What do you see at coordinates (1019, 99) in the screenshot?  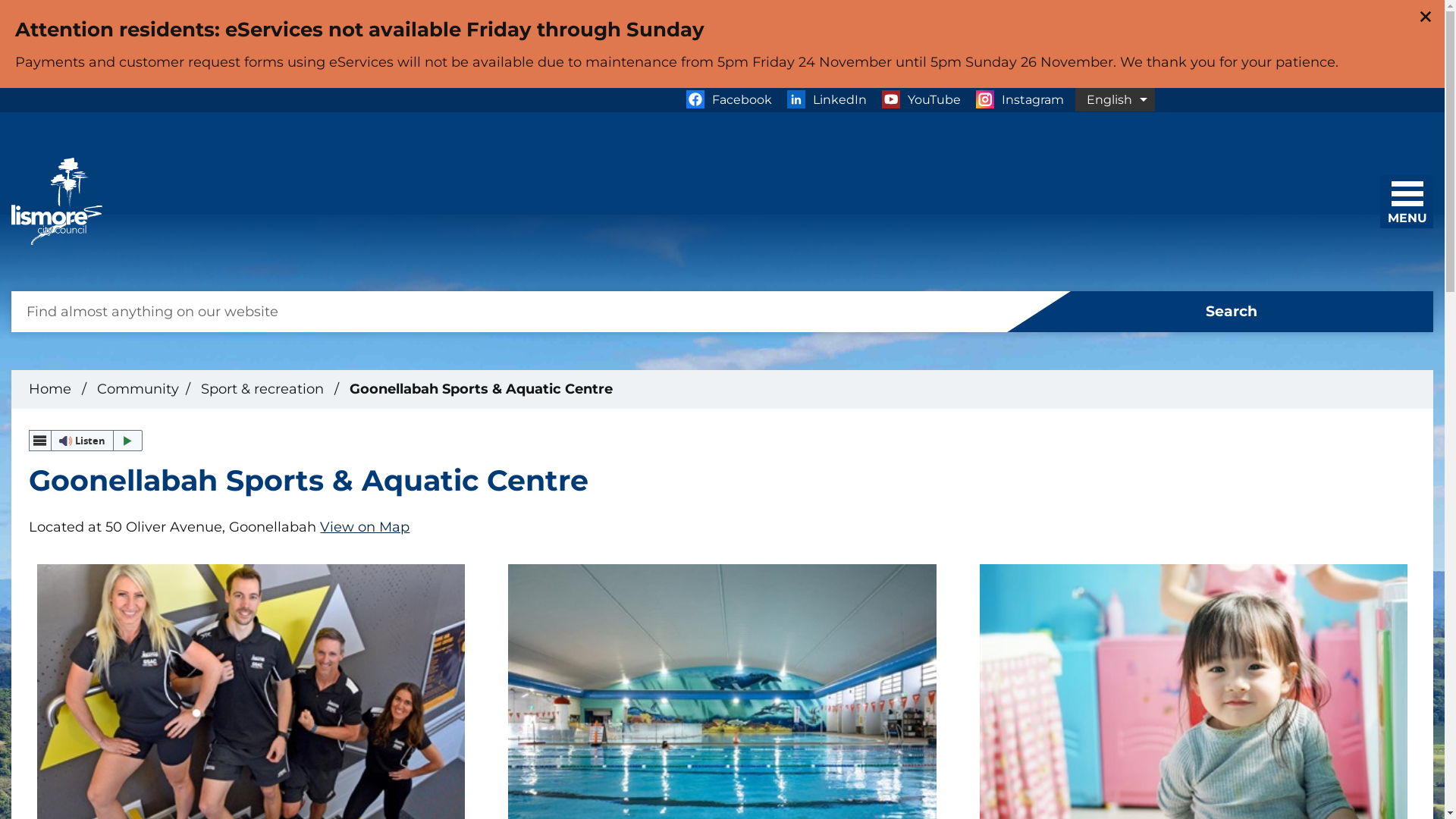 I see `'Instagram'` at bounding box center [1019, 99].